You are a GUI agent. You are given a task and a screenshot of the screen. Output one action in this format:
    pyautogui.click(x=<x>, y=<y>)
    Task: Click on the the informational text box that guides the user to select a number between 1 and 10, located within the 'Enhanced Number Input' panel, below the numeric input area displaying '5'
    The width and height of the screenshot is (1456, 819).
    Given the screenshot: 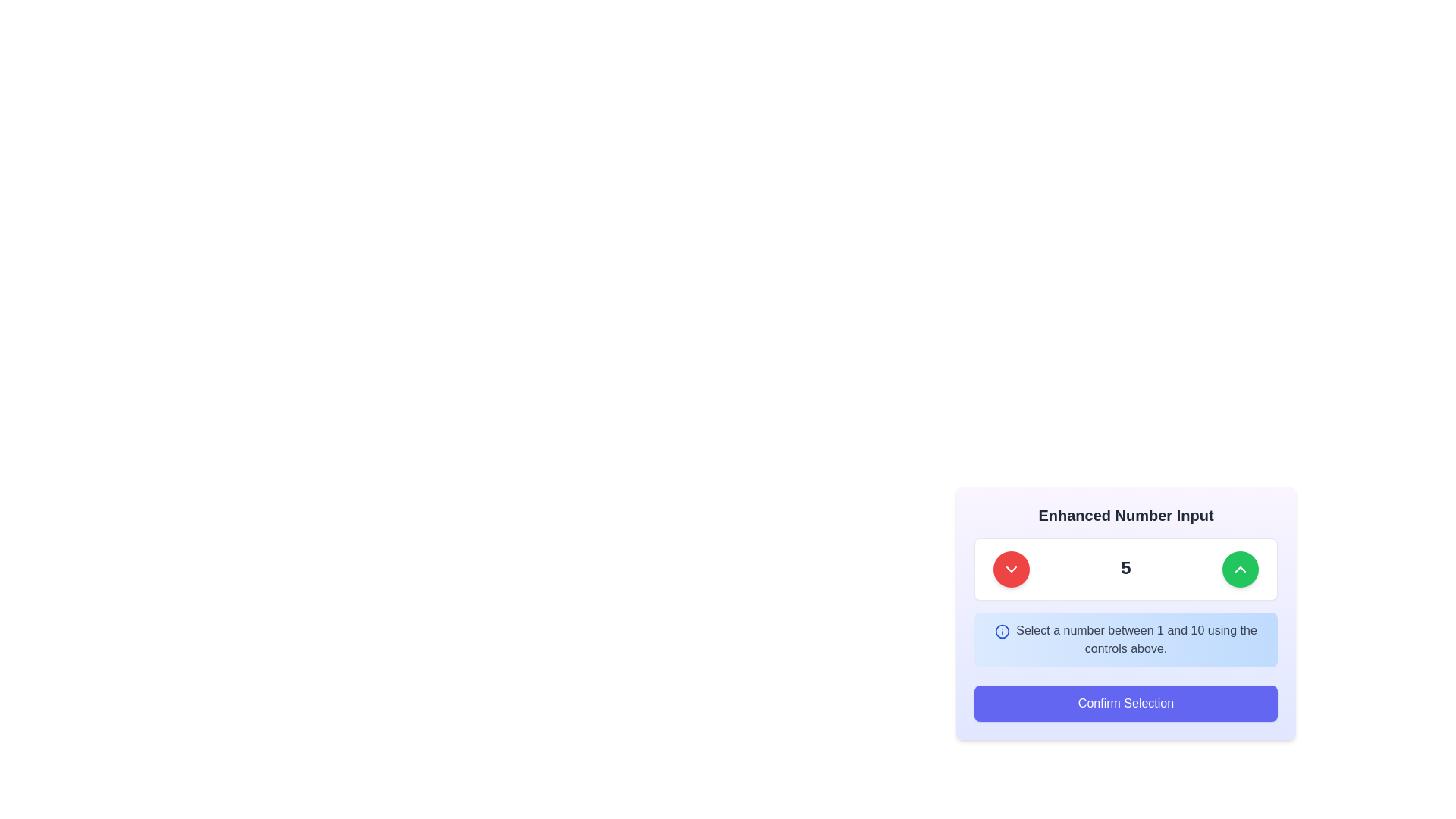 What is the action you would take?
    pyautogui.click(x=1125, y=640)
    